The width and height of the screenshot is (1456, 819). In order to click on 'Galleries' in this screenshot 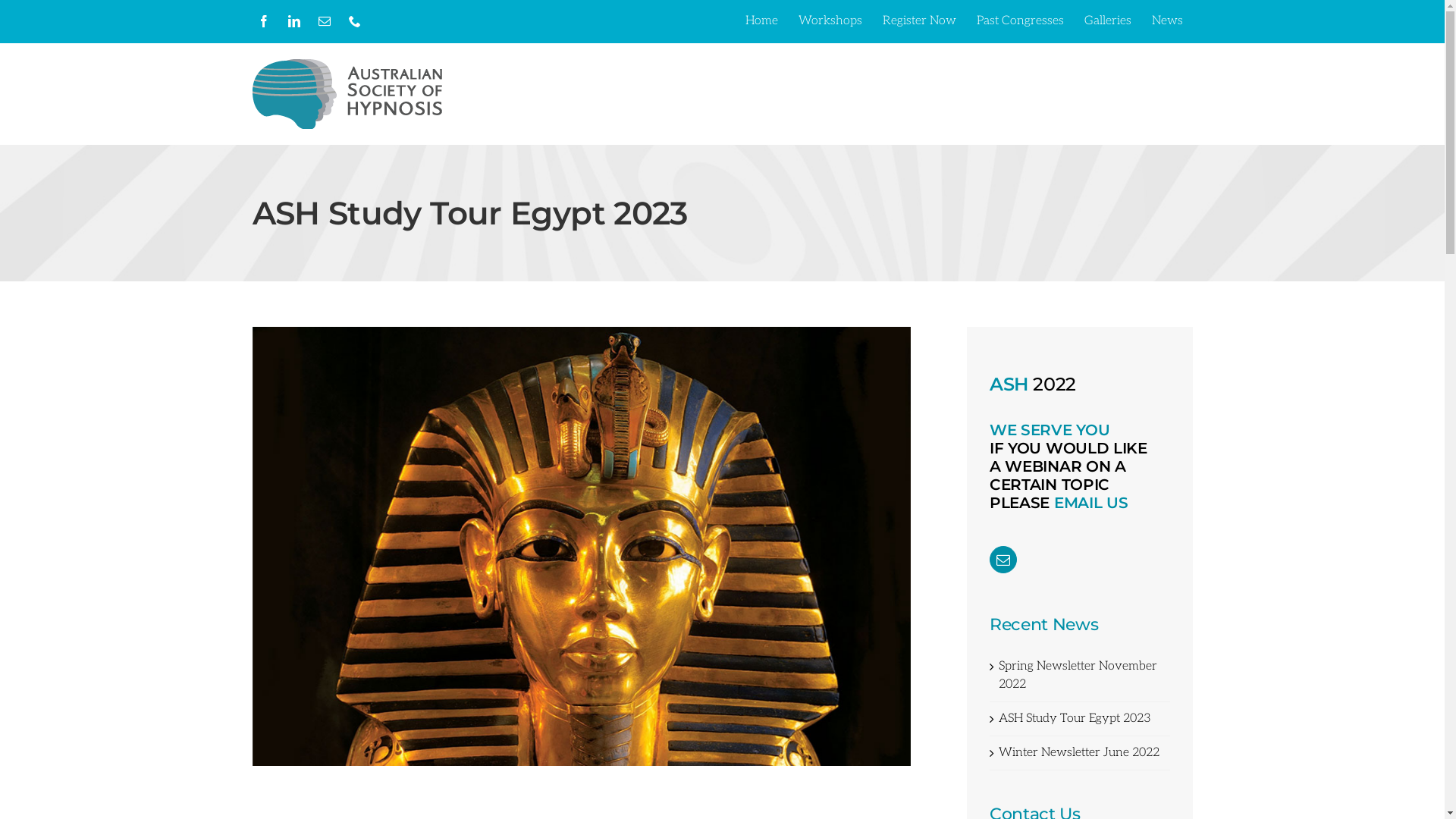, I will do `click(1073, 20)`.